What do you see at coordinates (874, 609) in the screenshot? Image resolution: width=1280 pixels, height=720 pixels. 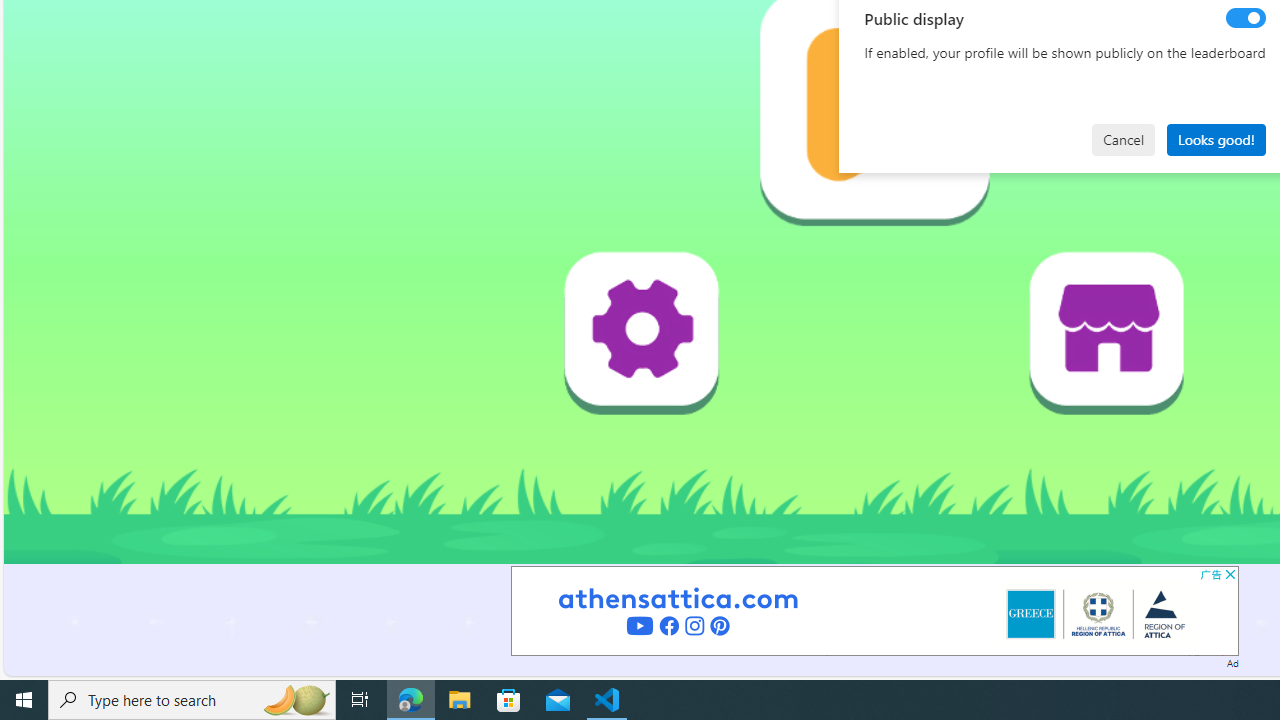 I see `'Advertisement'` at bounding box center [874, 609].